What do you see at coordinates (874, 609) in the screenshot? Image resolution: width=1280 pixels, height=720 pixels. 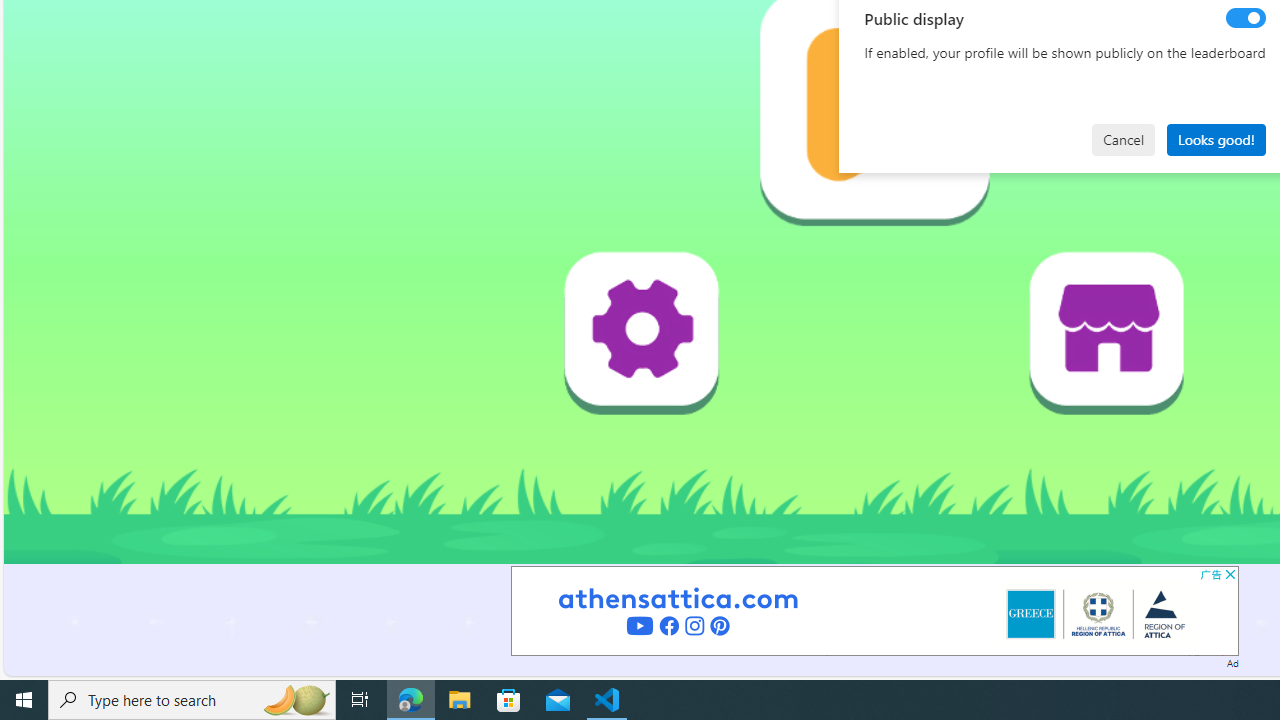 I see `'Advertisement'` at bounding box center [874, 609].